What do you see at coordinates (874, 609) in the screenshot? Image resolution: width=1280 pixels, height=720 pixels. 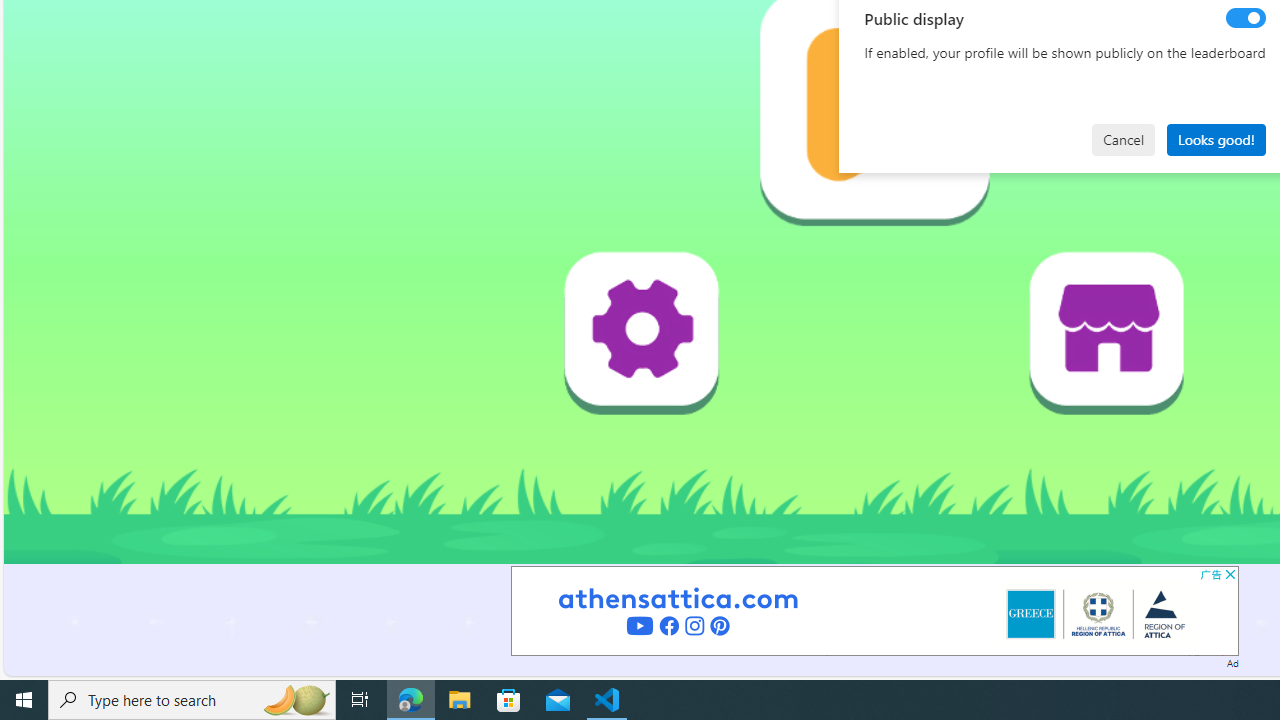 I see `'Advertisement'` at bounding box center [874, 609].